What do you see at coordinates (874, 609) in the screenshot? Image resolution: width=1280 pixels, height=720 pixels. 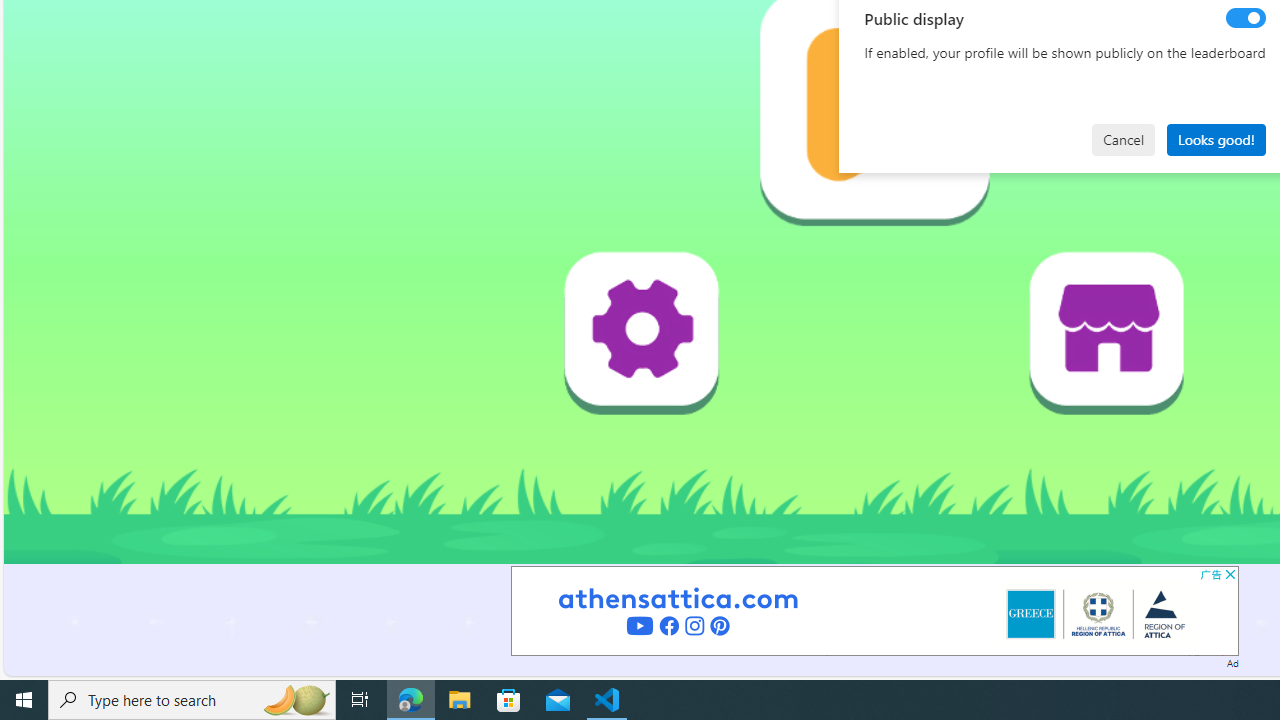 I see `'Advertisement'` at bounding box center [874, 609].